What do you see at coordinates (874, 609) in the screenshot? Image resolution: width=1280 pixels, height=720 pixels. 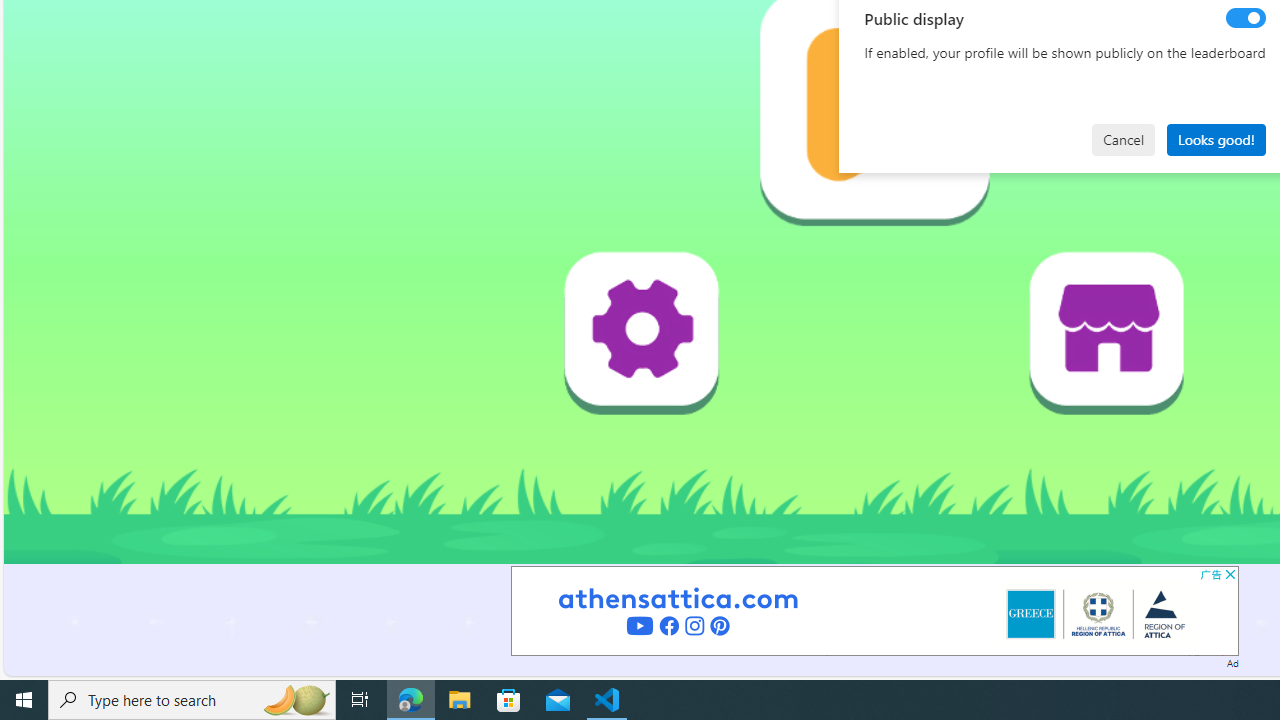 I see `'Advertisement'` at bounding box center [874, 609].